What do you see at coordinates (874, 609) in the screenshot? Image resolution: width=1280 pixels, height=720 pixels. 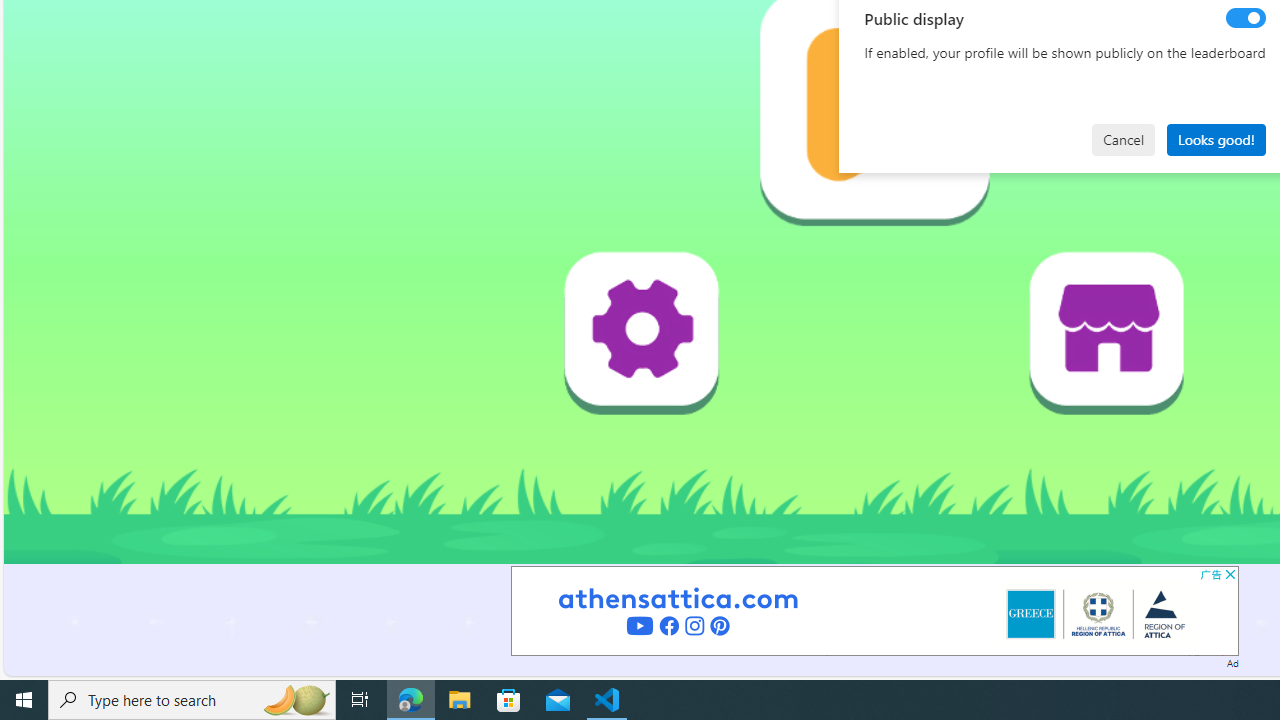 I see `'Advertisement'` at bounding box center [874, 609].